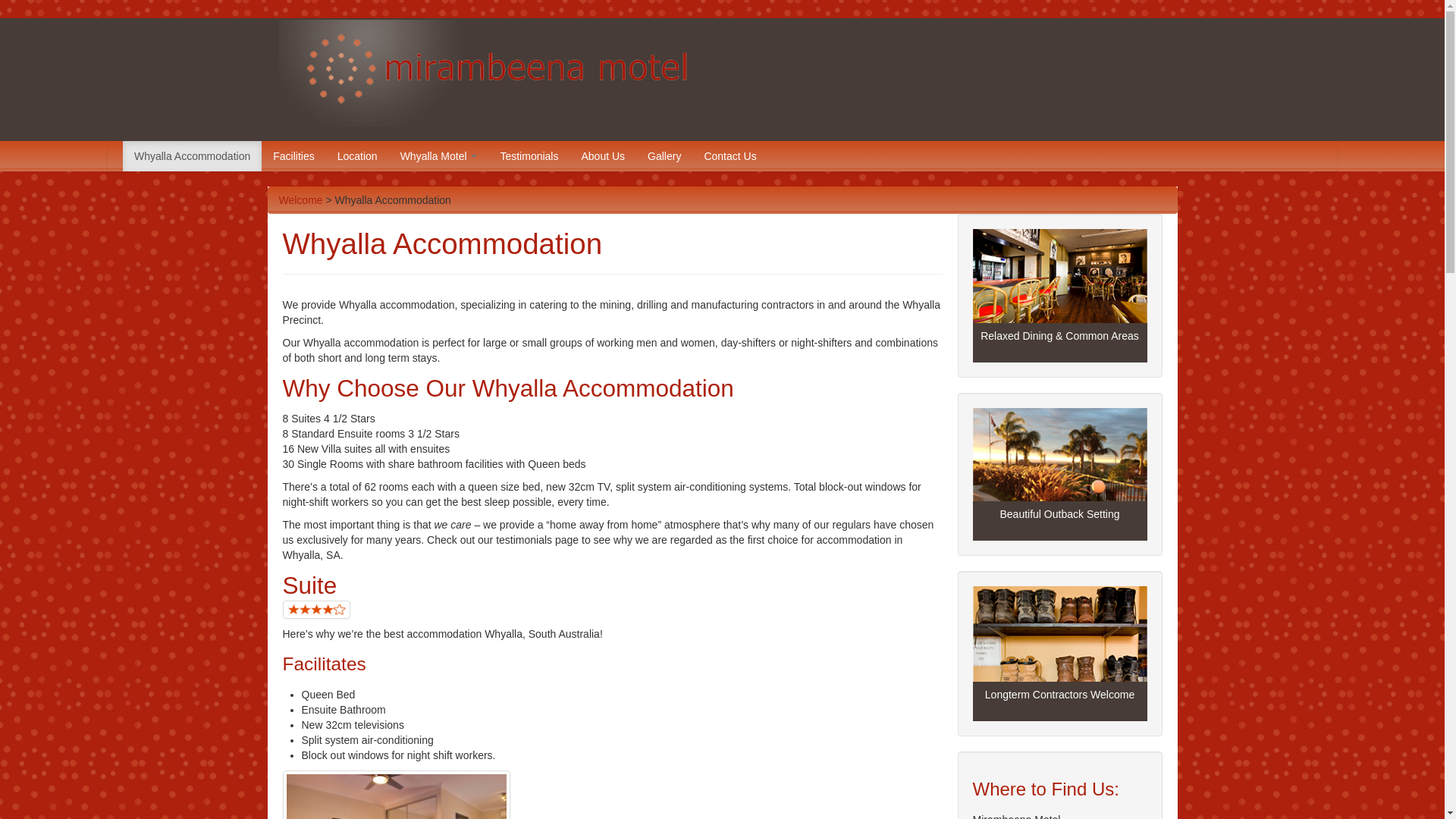 This screenshot has width=1456, height=819. What do you see at coordinates (529, 155) in the screenshot?
I see `'Testimonials'` at bounding box center [529, 155].